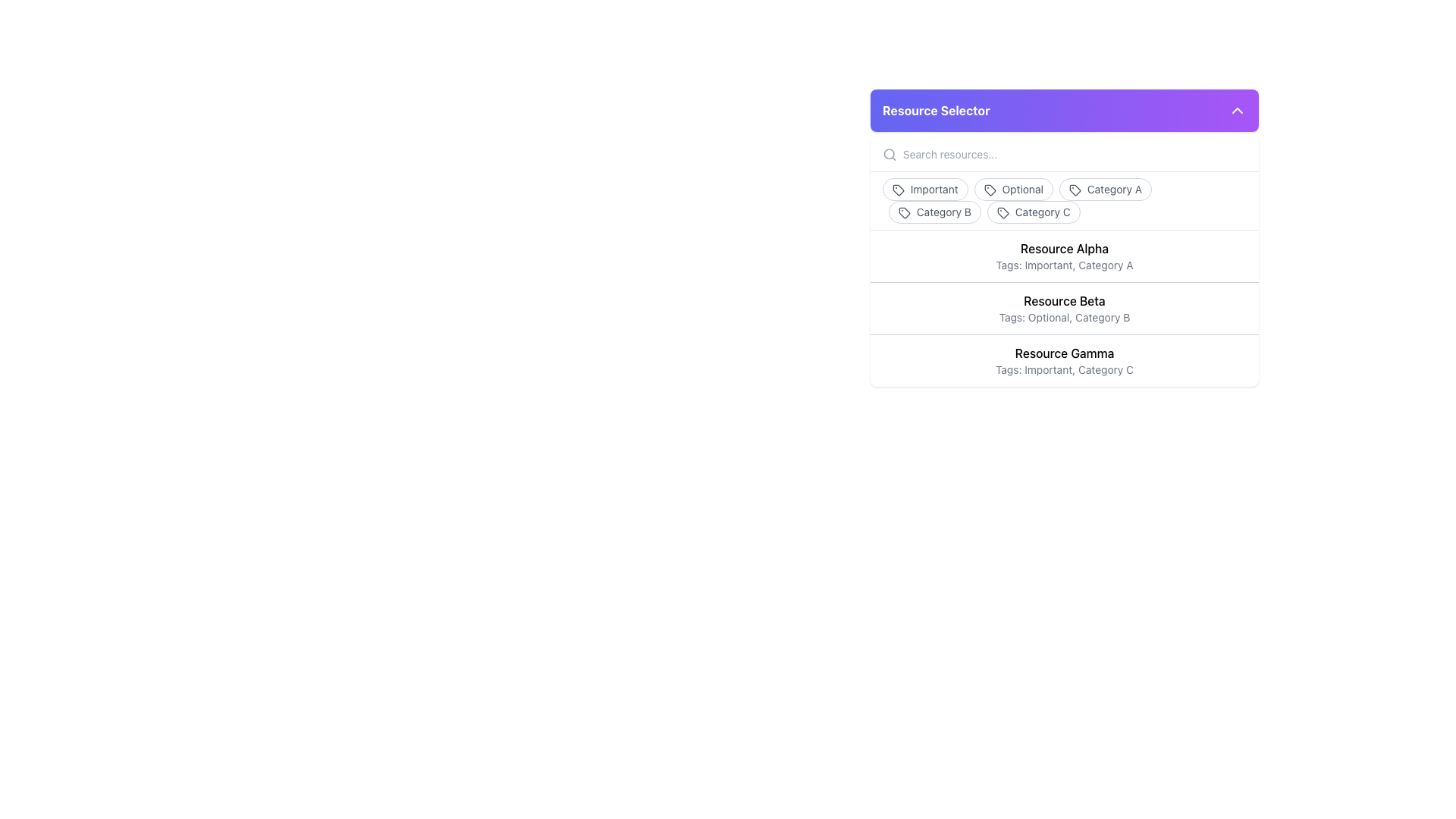 The height and width of the screenshot is (819, 1456). Describe the element at coordinates (1063, 265) in the screenshot. I see `the text label displaying 'Tags: Important, Category A', which is styled with a smaller font size and gray color, positioned below the title 'Resource Alpha'` at that location.